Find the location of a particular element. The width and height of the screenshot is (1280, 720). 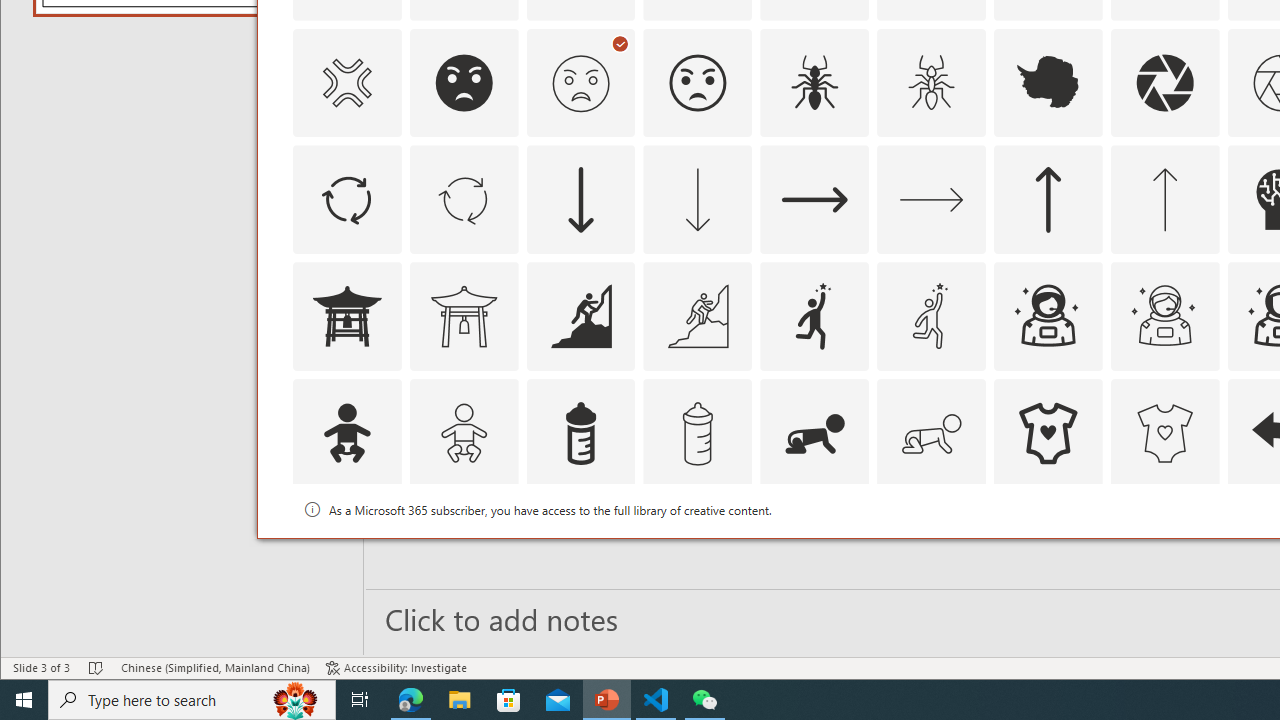

'AutomationID: Icons_Baby_M' is located at coordinates (463, 433).